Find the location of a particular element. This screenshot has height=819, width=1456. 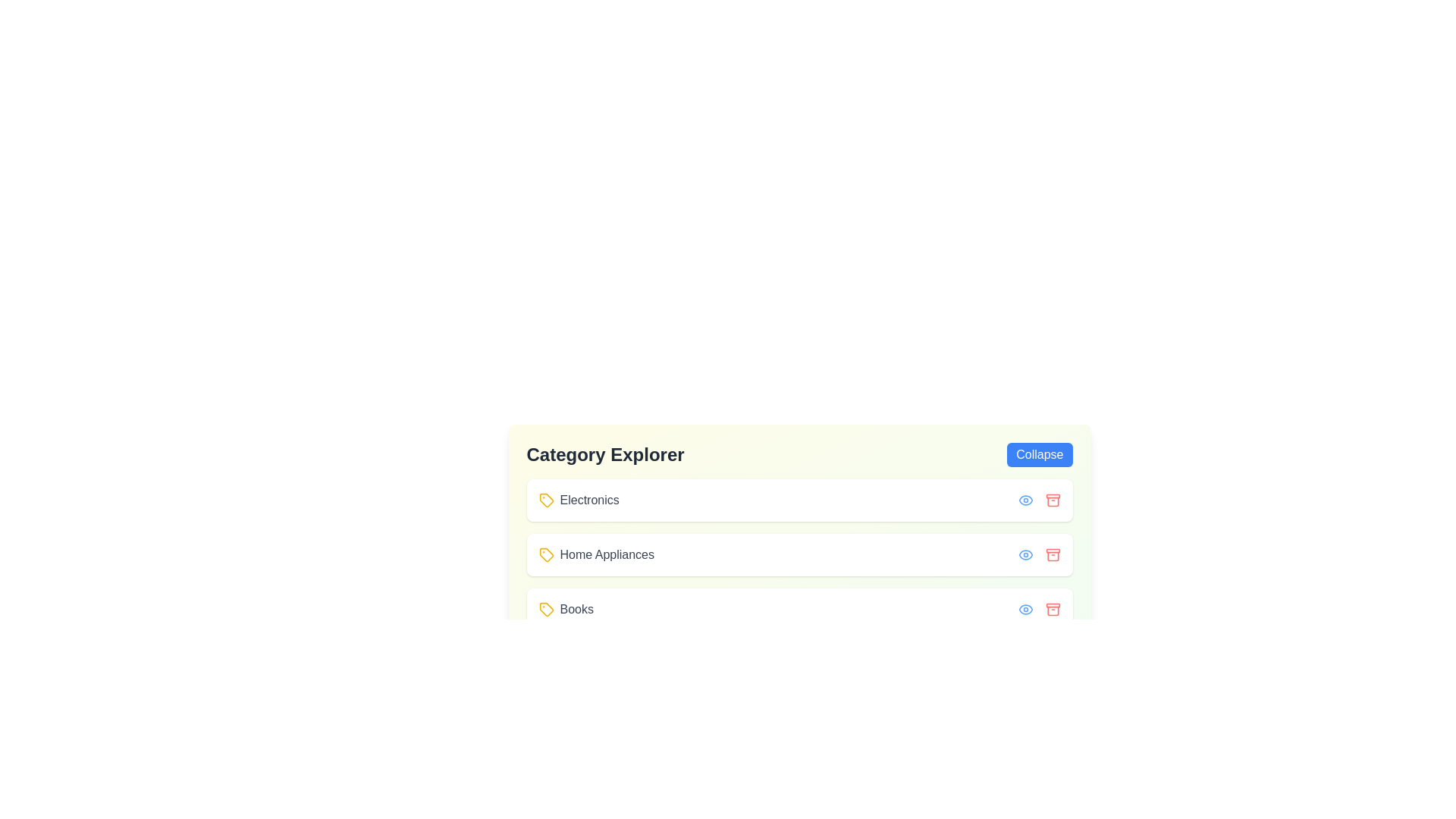

to select the category 'Electronics' from the labeled list item that features a yellow tag-shaped icon and gray sans-serif text is located at coordinates (578, 500).